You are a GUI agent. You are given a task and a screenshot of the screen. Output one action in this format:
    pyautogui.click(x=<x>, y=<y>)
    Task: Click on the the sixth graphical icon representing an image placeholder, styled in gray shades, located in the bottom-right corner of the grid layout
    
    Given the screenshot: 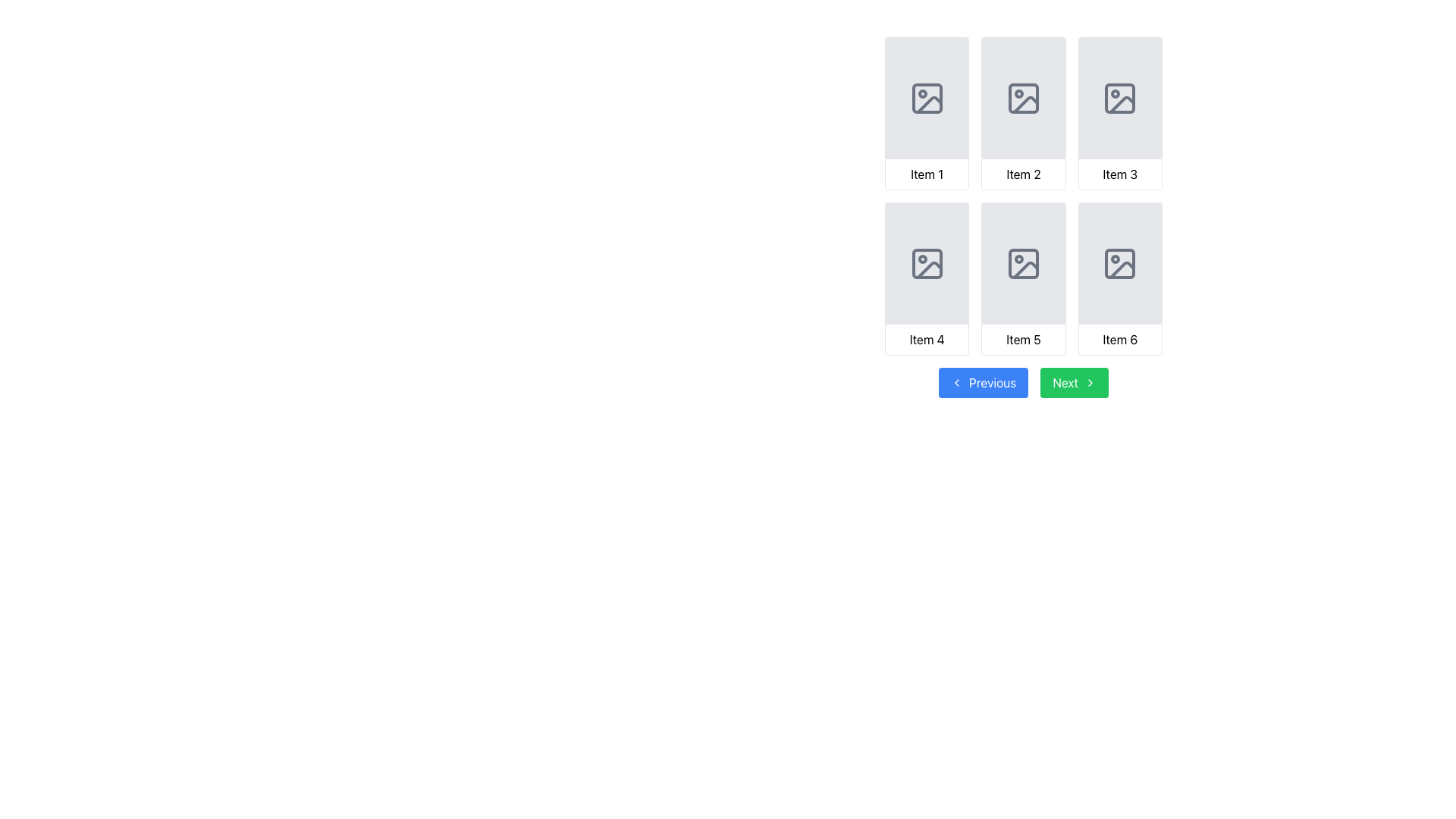 What is the action you would take?
    pyautogui.click(x=1120, y=262)
    